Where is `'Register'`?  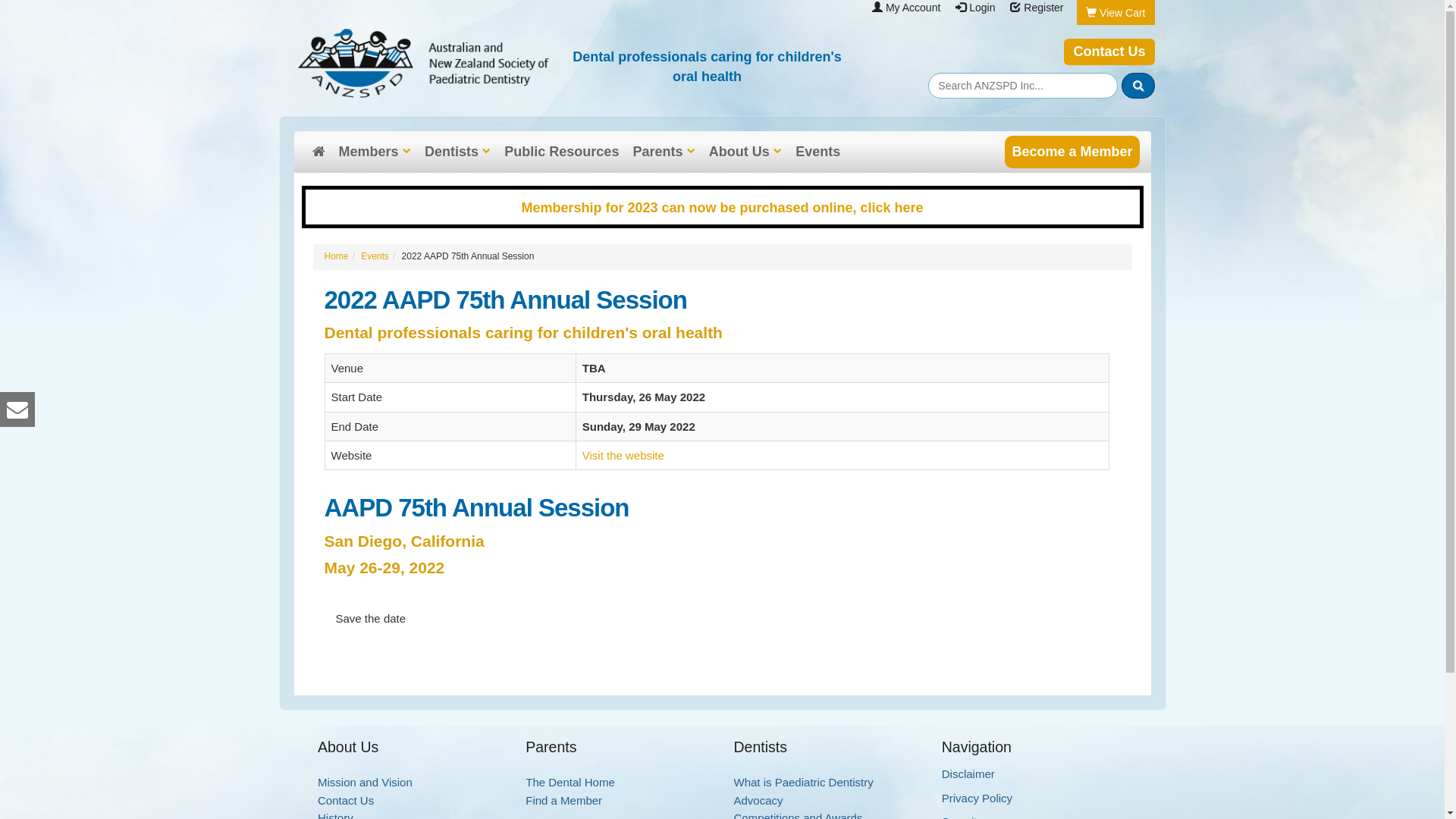 'Register' is located at coordinates (1023, 8).